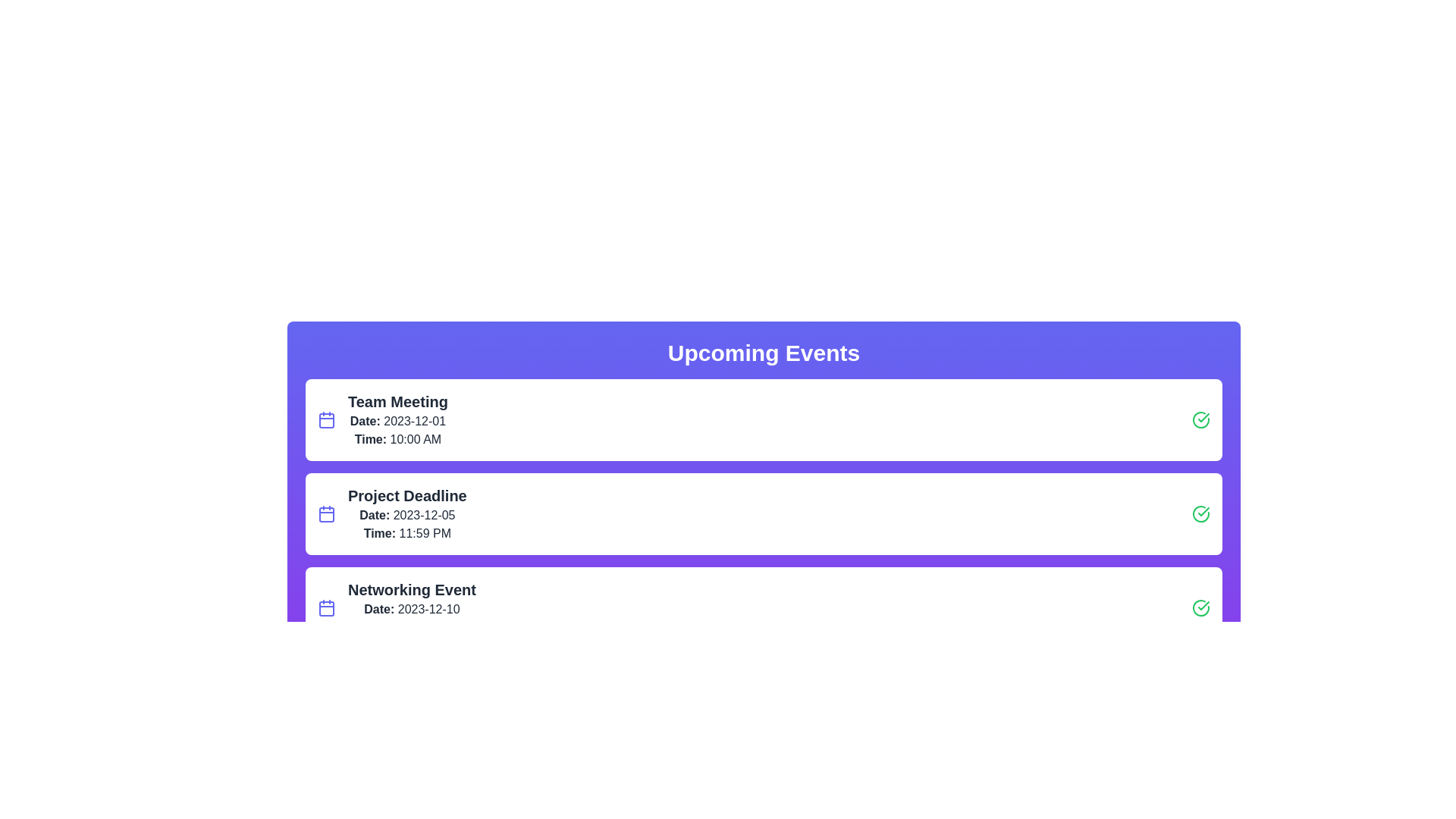  I want to click on the green check-circle icon on the far-right side of the project deadline entry, so click(1200, 513).